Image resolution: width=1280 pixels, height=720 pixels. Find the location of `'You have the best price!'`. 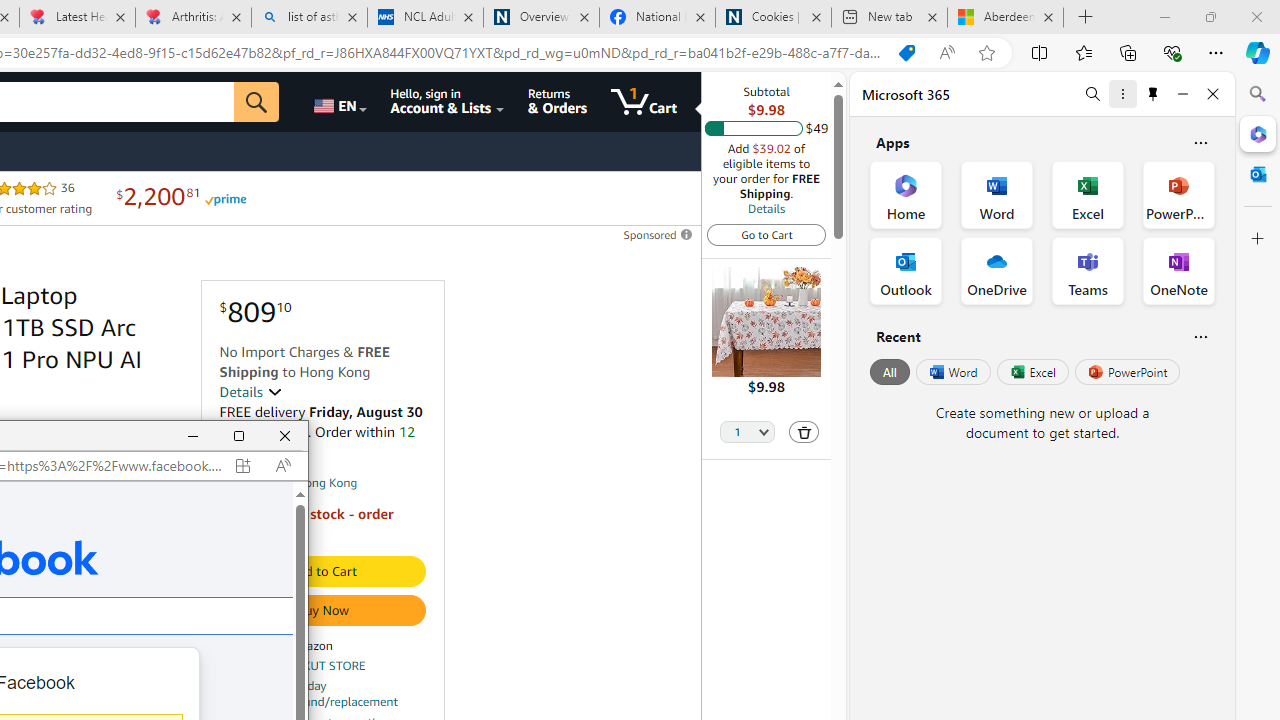

'You have the best price!' is located at coordinates (905, 52).